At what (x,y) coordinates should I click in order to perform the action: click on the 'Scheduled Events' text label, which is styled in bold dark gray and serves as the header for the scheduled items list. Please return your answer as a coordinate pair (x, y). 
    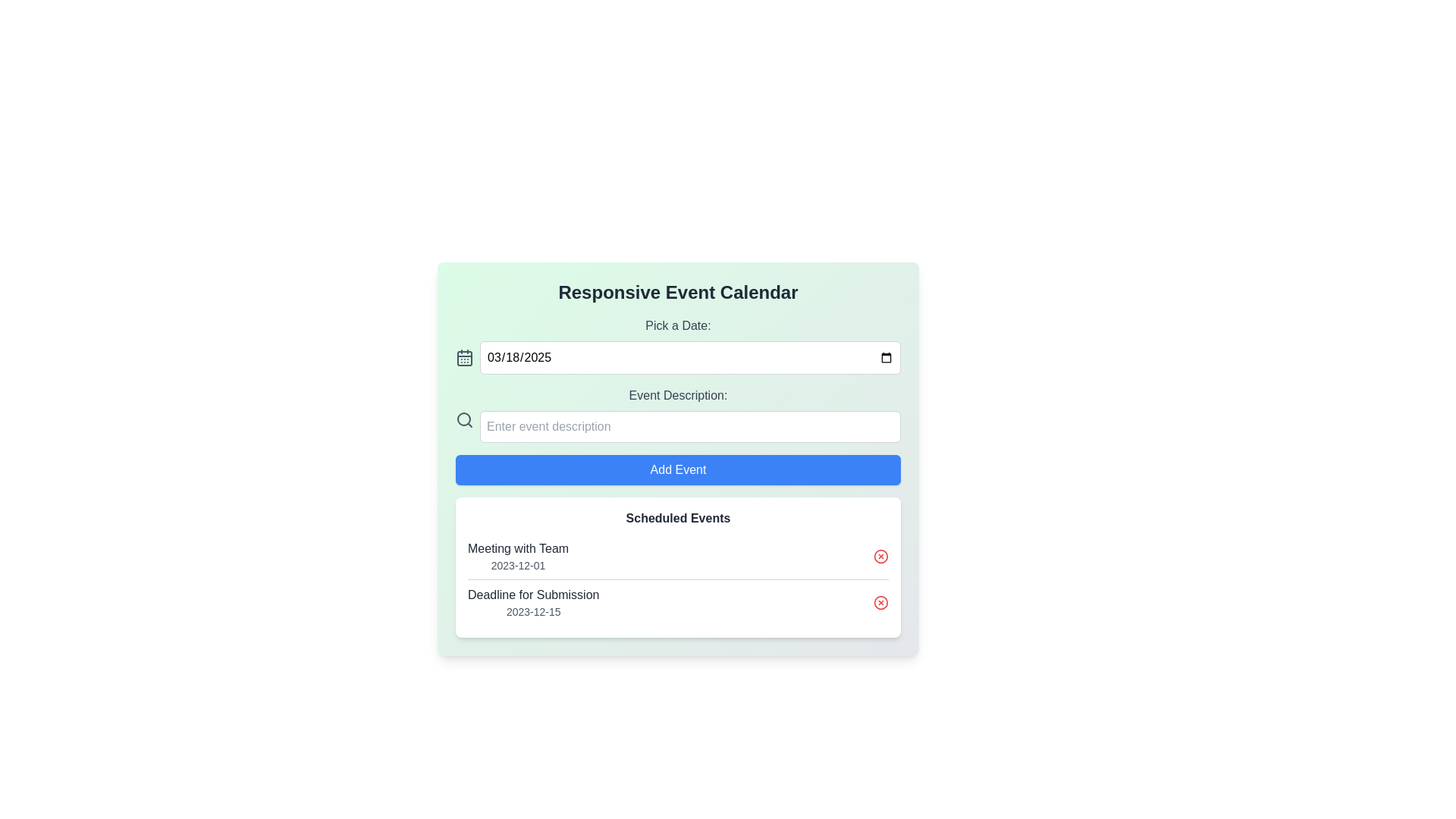
    Looking at the image, I should click on (677, 517).